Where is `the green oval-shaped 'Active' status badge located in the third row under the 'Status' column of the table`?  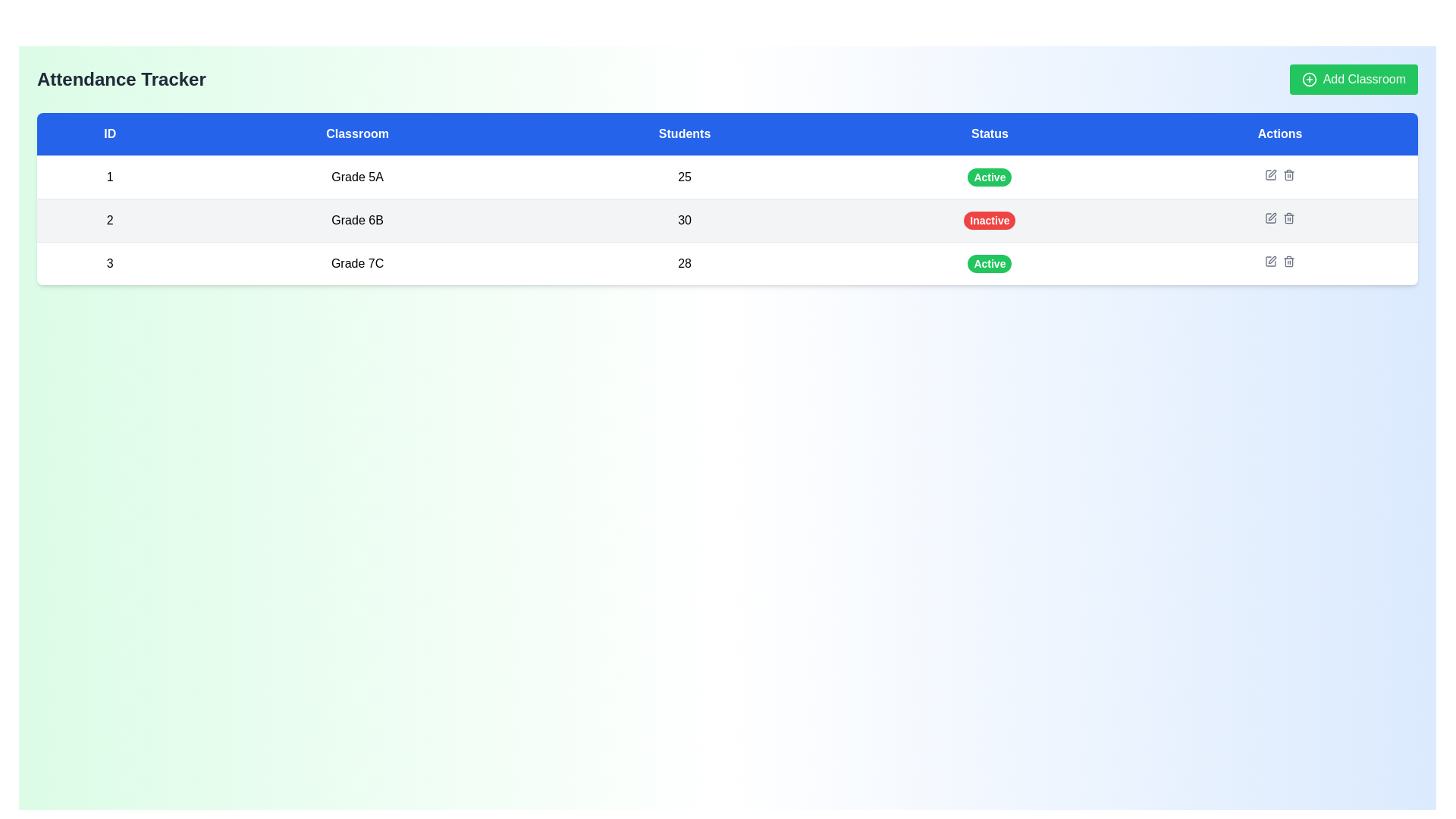 the green oval-shaped 'Active' status badge located in the third row under the 'Status' column of the table is located at coordinates (990, 262).